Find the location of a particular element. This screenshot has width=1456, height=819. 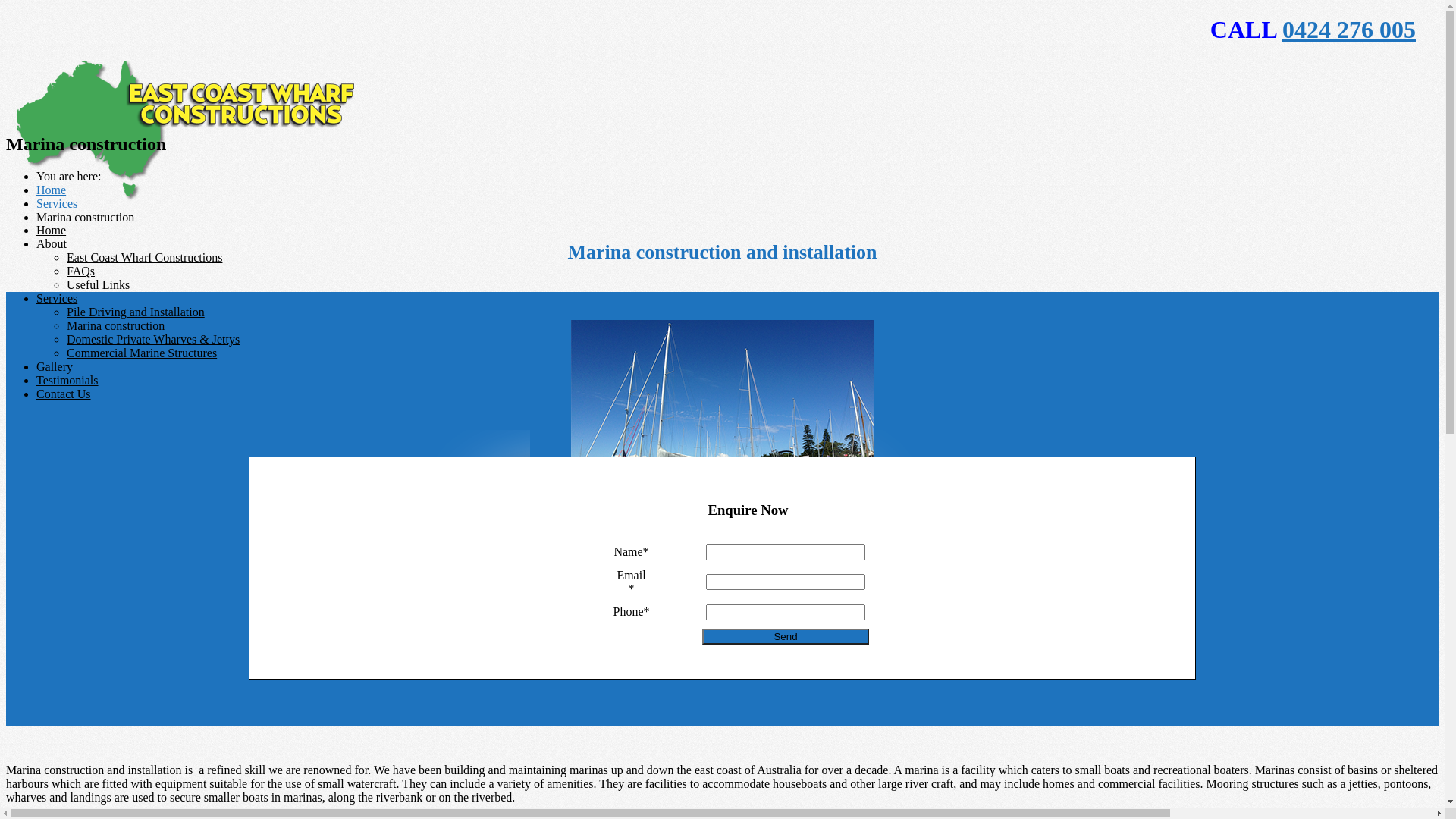

'Commercial Marine Structures' is located at coordinates (142, 353).